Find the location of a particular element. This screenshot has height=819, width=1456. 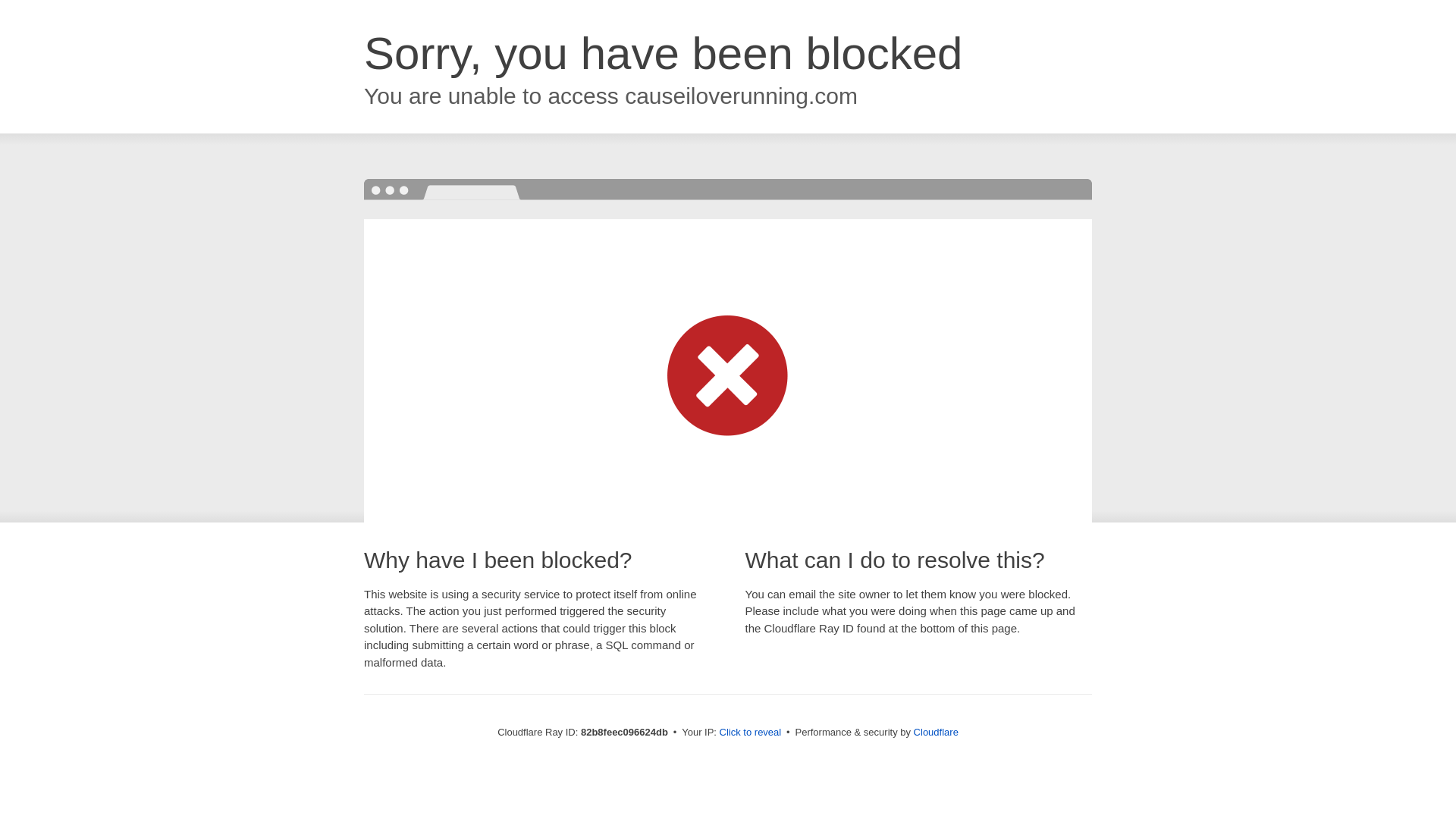

'Cloudflare' is located at coordinates (935, 731).